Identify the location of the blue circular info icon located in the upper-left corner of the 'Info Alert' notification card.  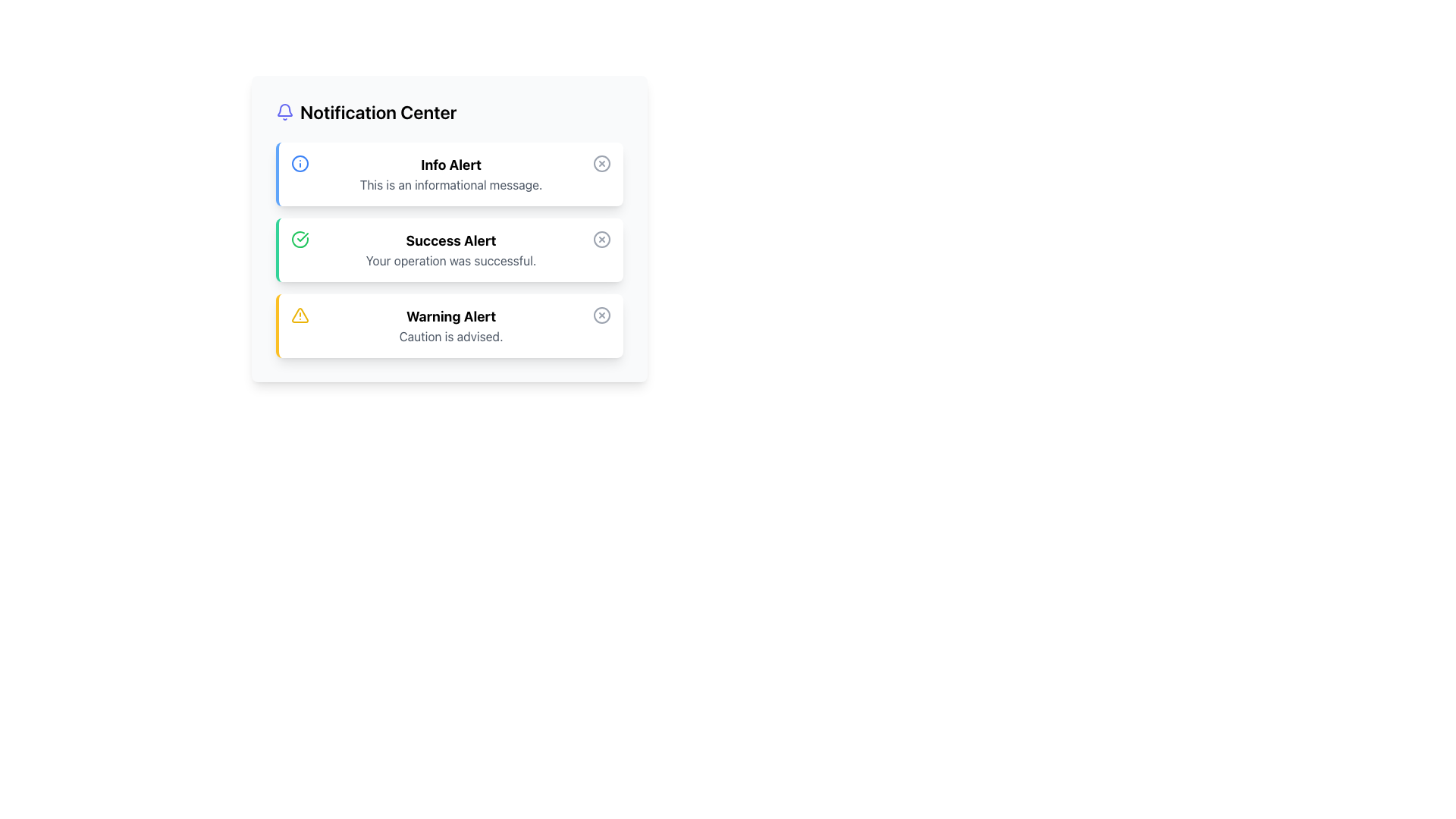
(300, 164).